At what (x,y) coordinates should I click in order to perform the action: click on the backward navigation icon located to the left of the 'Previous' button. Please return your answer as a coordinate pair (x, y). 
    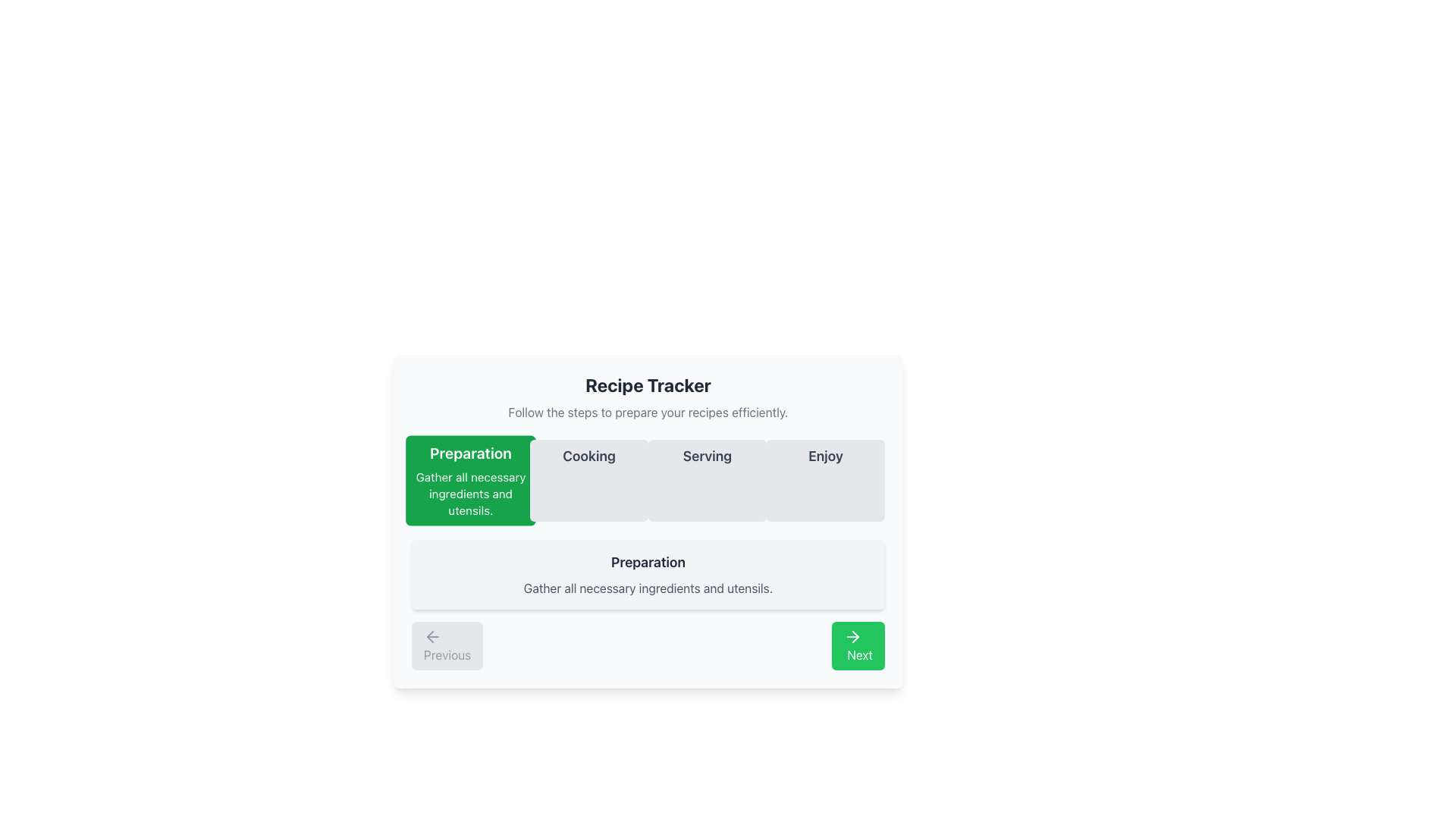
    Looking at the image, I should click on (432, 637).